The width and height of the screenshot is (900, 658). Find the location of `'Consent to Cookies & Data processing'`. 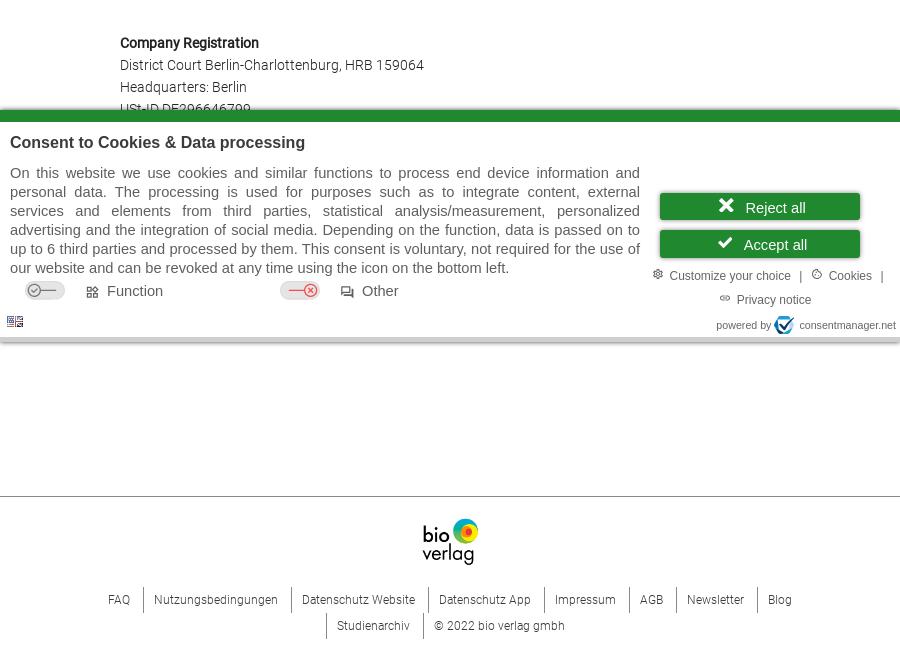

'Consent to Cookies & Data processing' is located at coordinates (157, 141).